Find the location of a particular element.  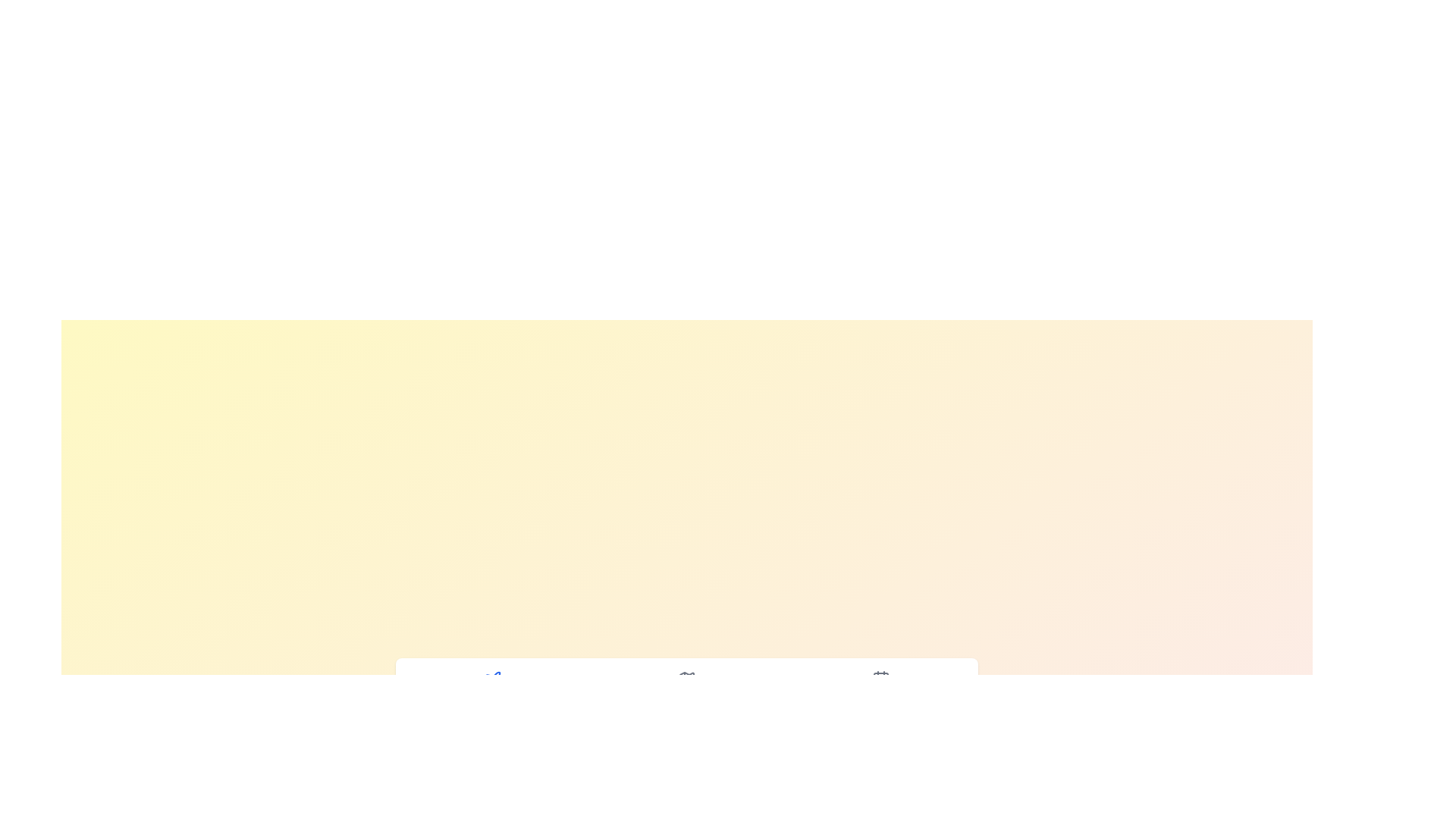

the Schedule tab to view its content is located at coordinates (880, 688).